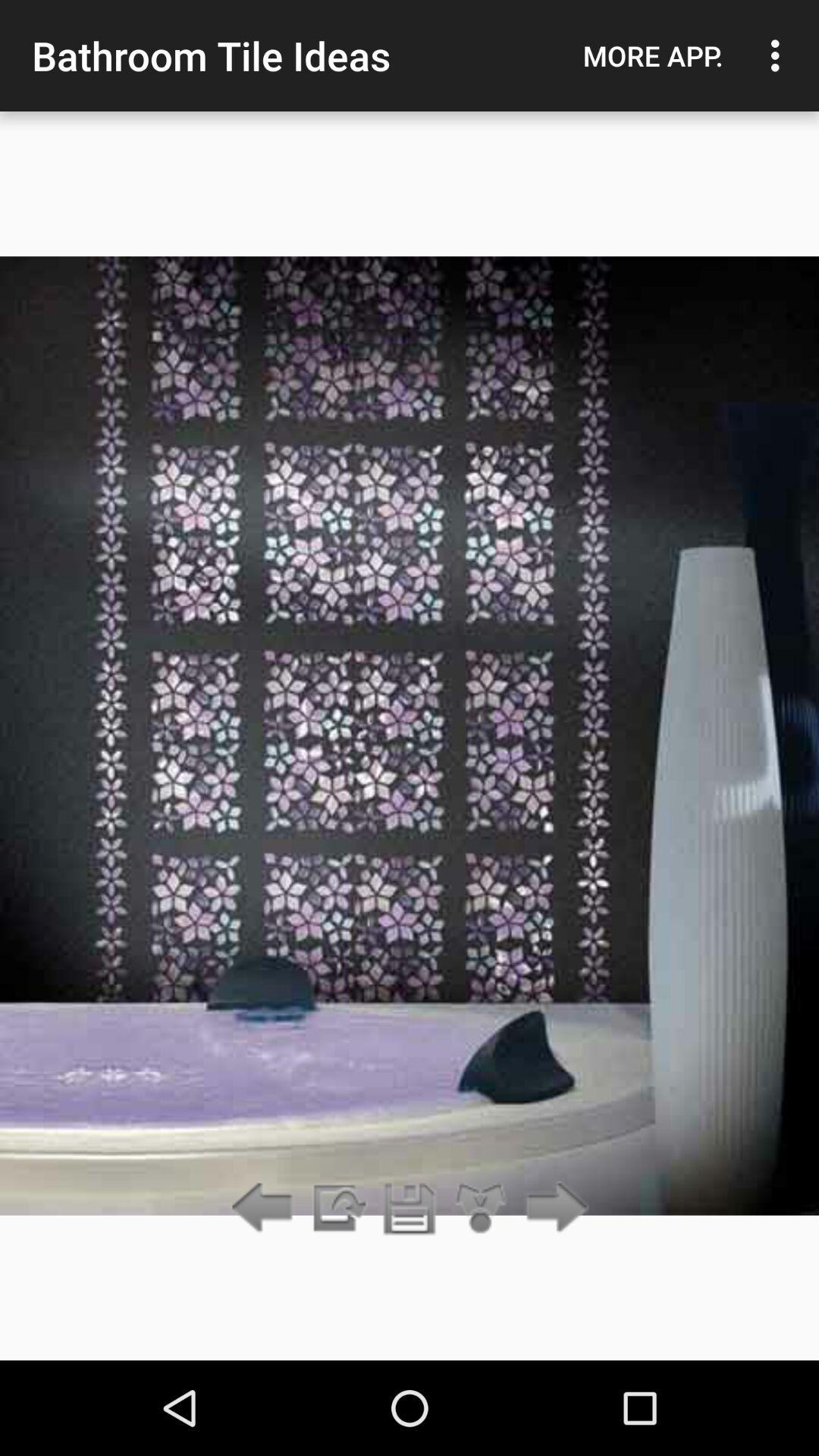 Image resolution: width=819 pixels, height=1456 pixels. I want to click on the icon next to the more app. icon, so click(779, 55).